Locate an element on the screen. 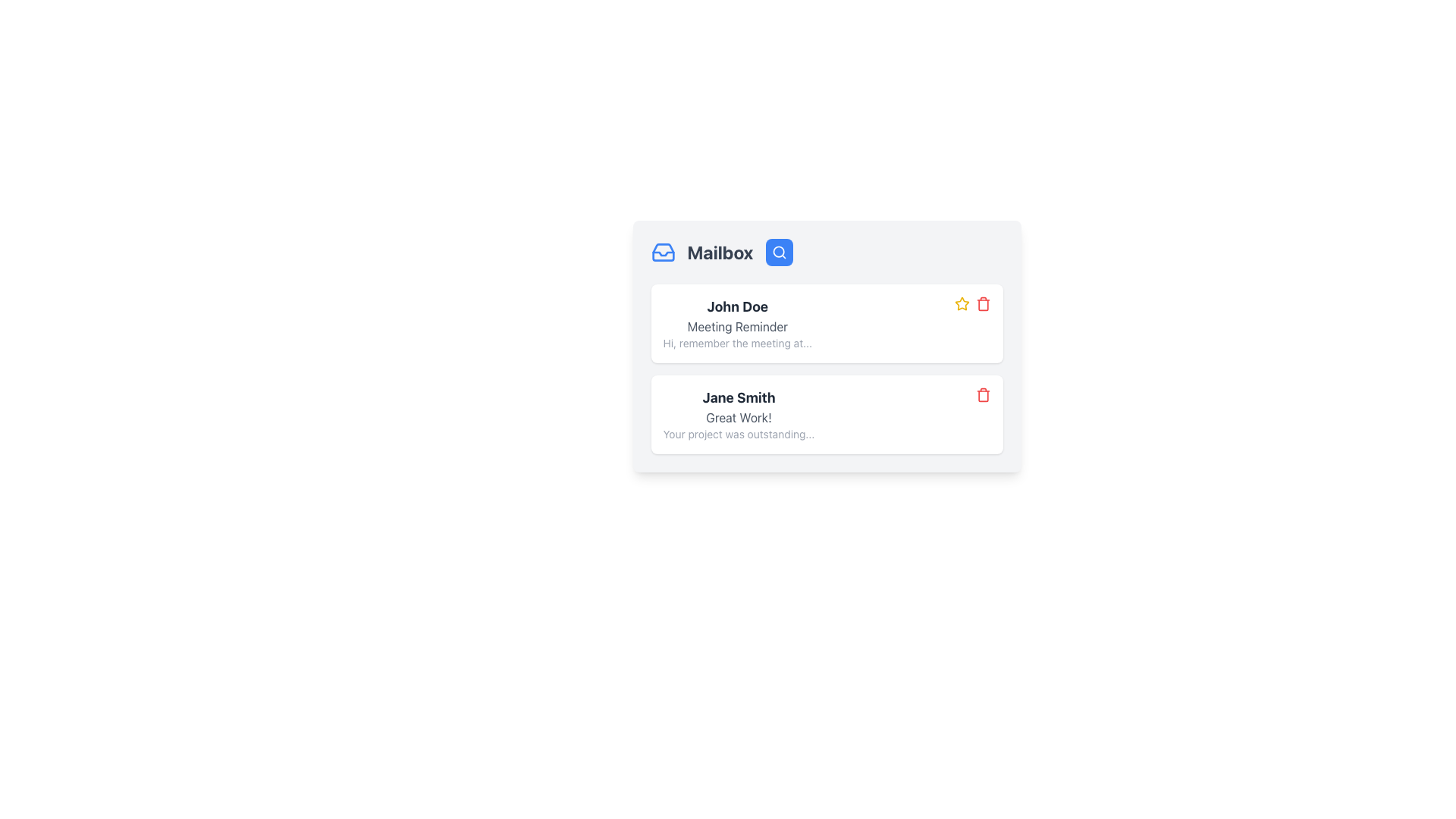  the text label displaying the author's name for the corresponding message in the 'Mailbox' section, located below the 'John Doe' entry is located at coordinates (739, 397).